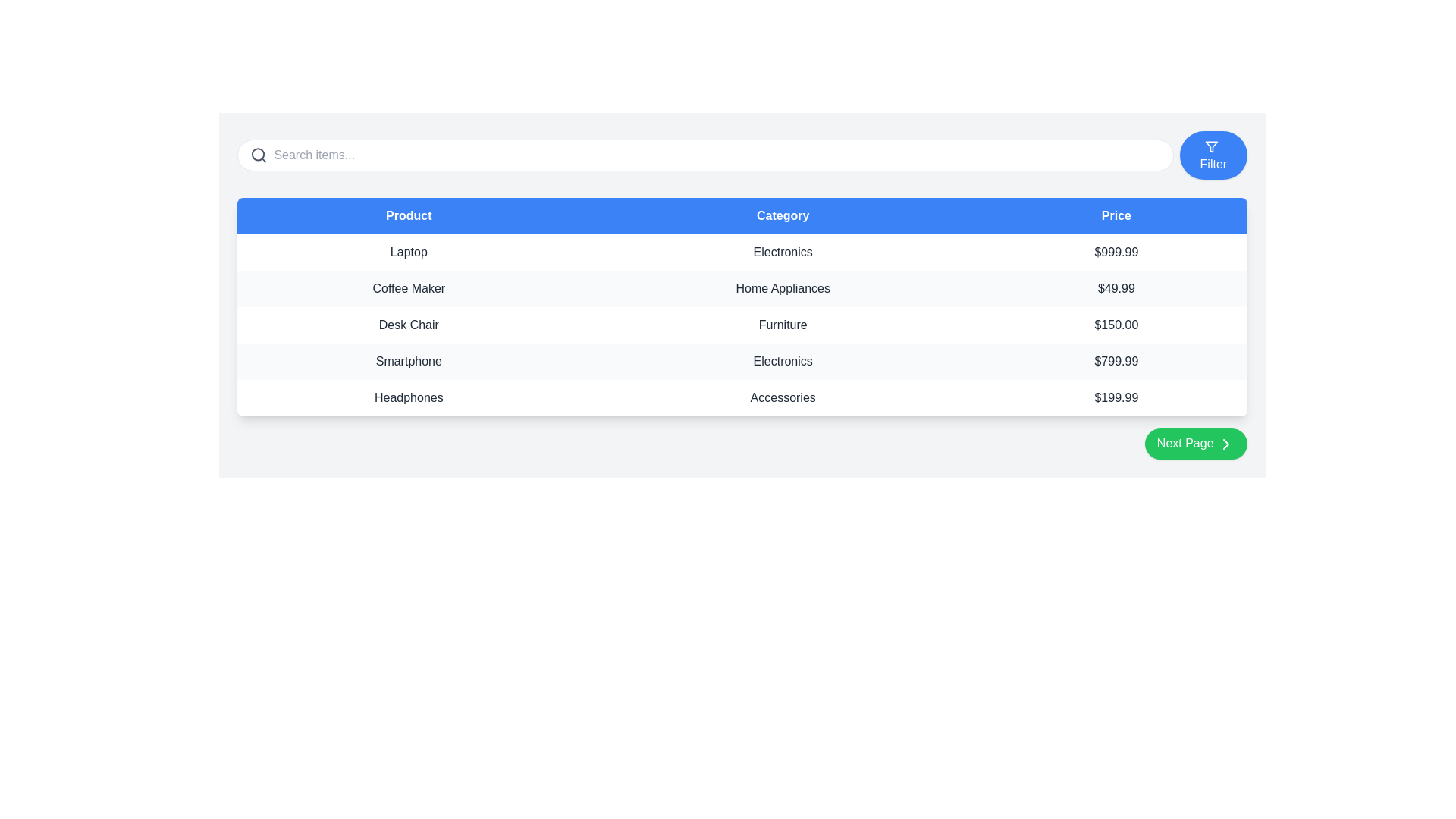 This screenshot has height=819, width=1456. I want to click on on the table header cell that indicates the product names, so click(409, 216).